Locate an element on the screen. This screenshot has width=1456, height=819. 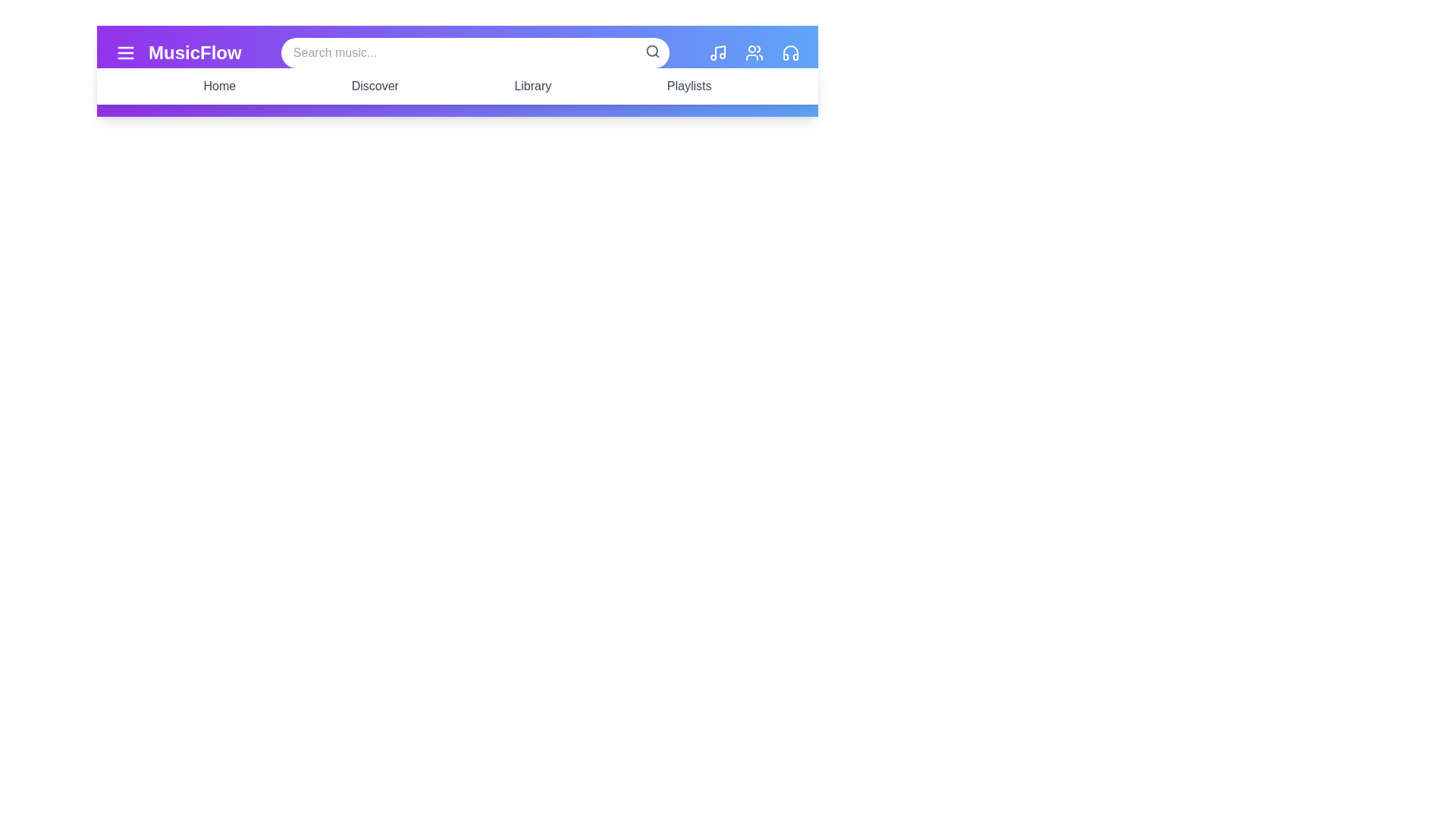
the navigation menu item Discover is located at coordinates (375, 86).